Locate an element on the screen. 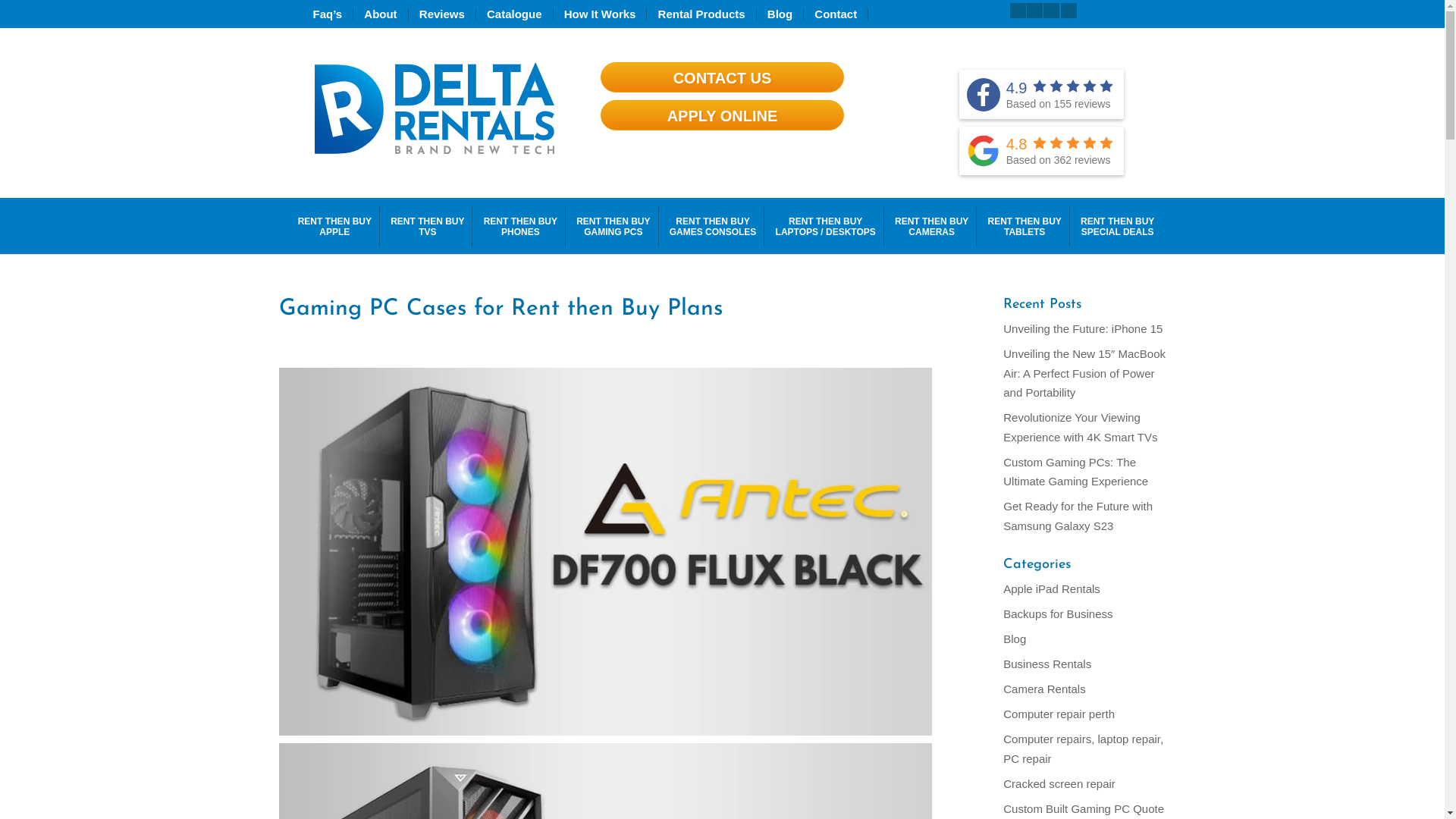 This screenshot has width=1456, height=819. 'Backups for Business' is located at coordinates (1057, 613).